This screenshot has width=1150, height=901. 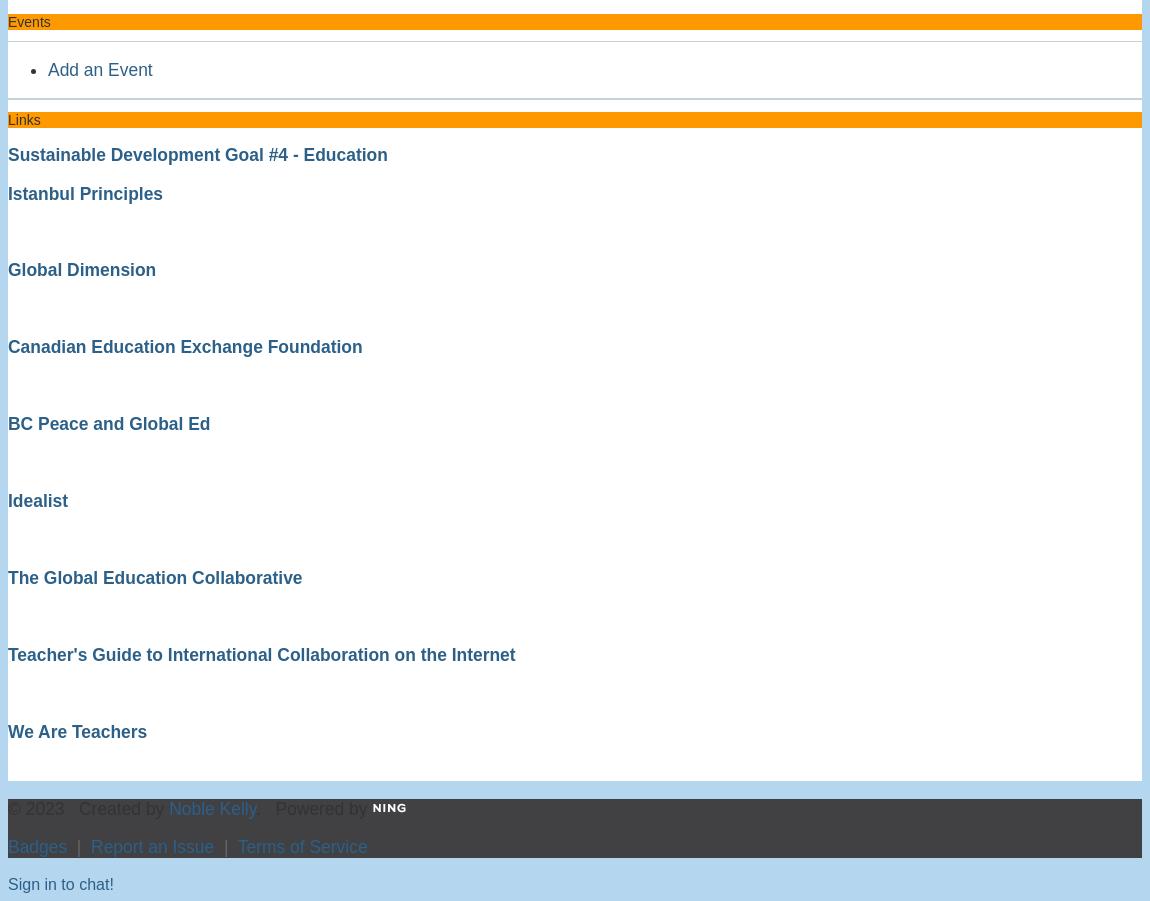 I want to click on 'Idealist', so click(x=36, y=500).